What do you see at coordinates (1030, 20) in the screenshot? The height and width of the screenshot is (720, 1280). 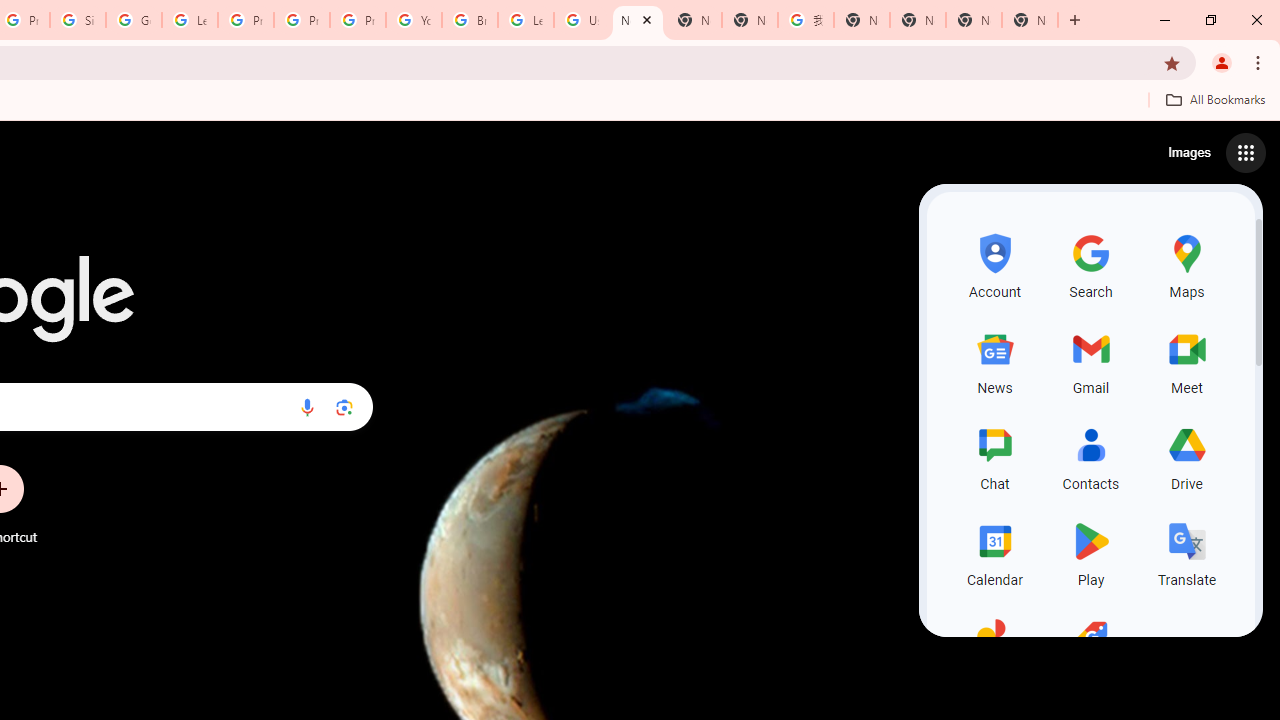 I see `'New Tab'` at bounding box center [1030, 20].